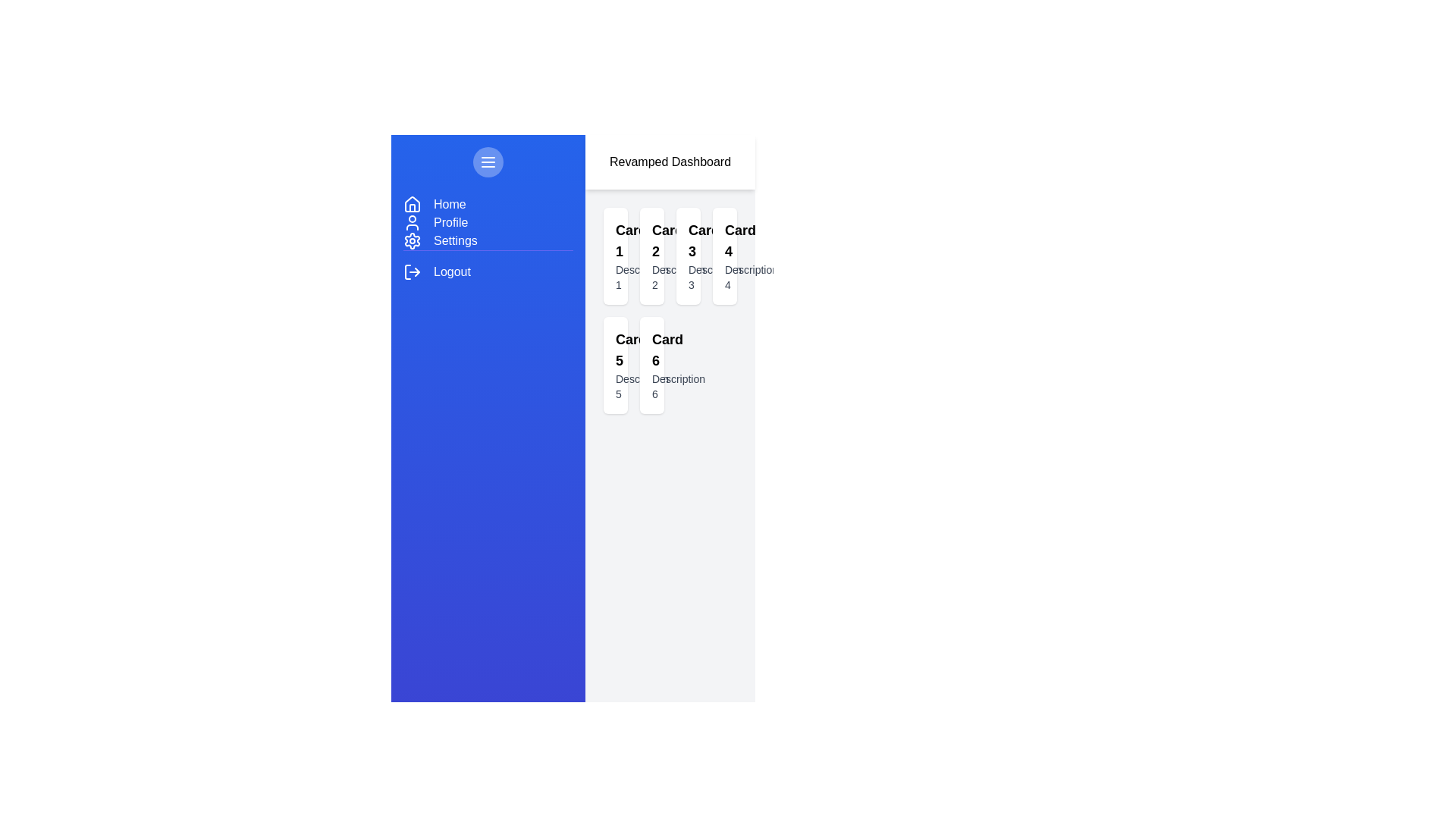 The image size is (1456, 819). Describe the element at coordinates (454, 240) in the screenshot. I see `the navigational menu option labeled 'Settings' in the vertical sidebar menu` at that location.